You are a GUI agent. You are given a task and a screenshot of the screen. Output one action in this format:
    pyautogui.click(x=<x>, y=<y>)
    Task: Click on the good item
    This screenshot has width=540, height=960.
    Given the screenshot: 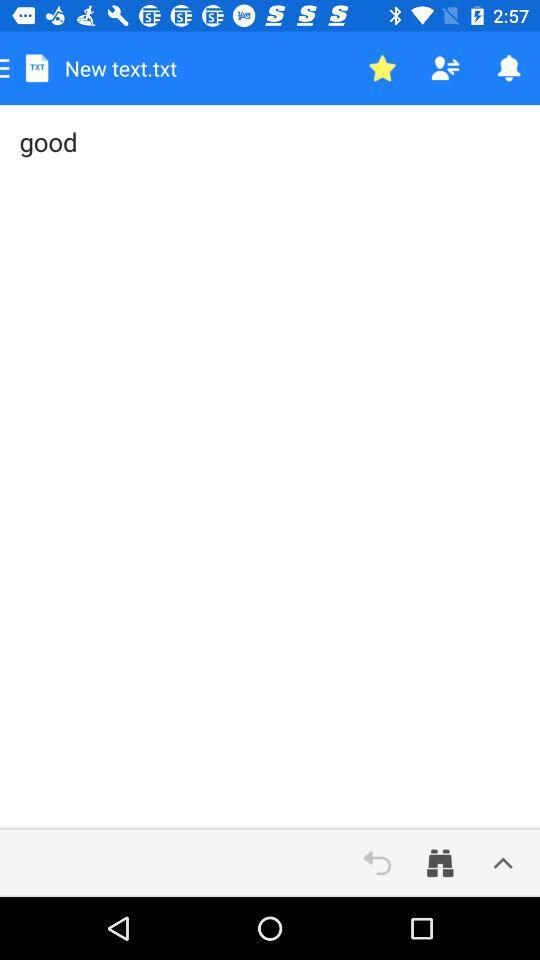 What is the action you would take?
    pyautogui.click(x=270, y=467)
    